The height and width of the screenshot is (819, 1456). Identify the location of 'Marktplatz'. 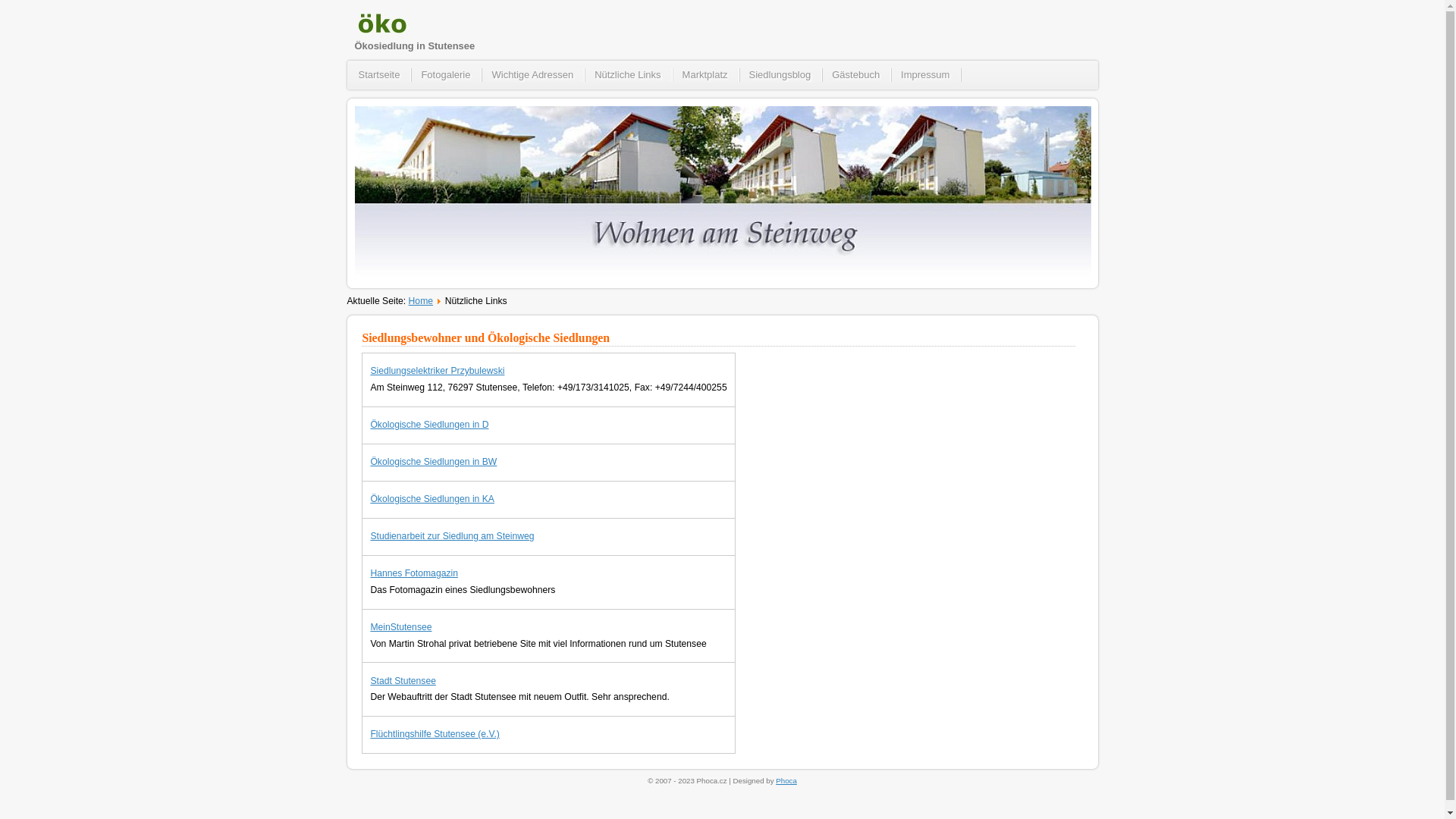
(673, 75).